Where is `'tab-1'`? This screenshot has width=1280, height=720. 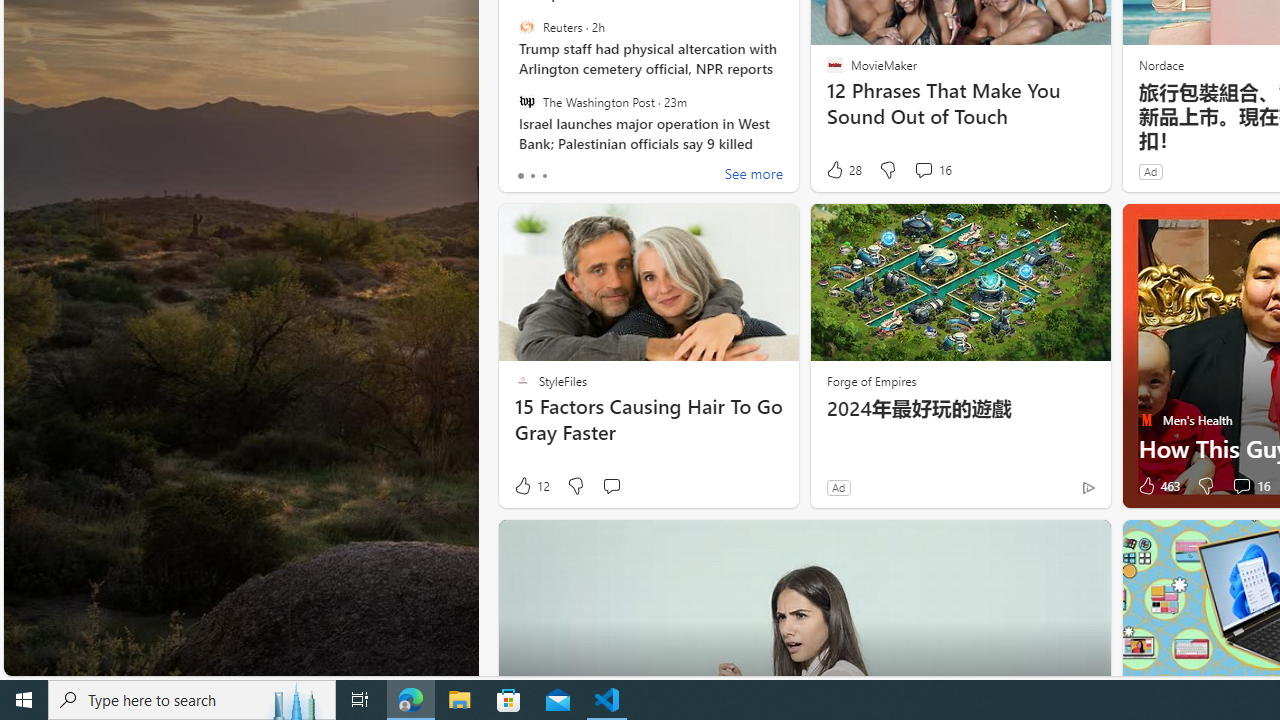
'tab-1' is located at coordinates (532, 175).